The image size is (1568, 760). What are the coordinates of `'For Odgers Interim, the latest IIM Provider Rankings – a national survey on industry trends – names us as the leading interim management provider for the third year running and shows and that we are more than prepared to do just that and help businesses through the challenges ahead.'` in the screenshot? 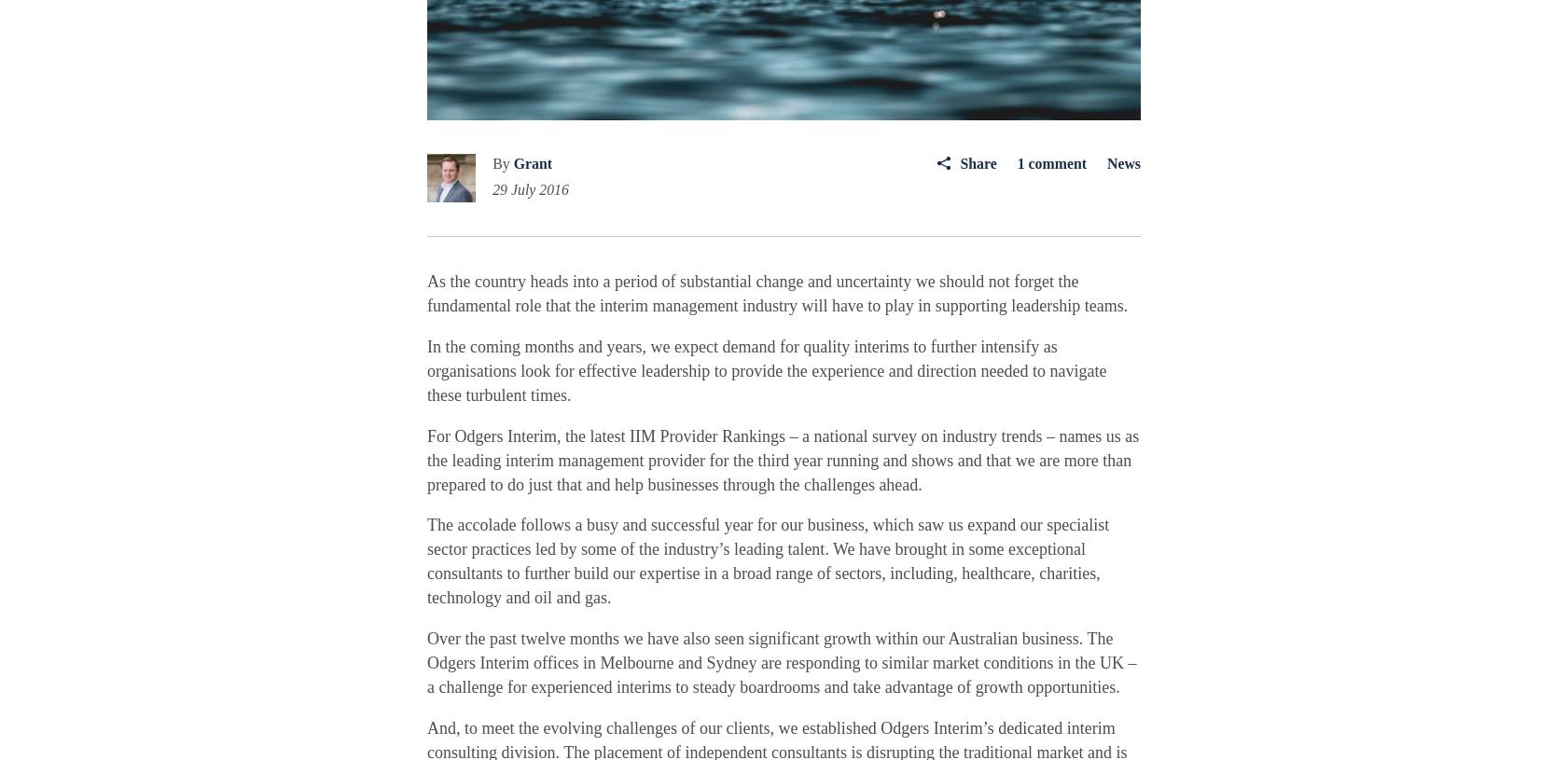 It's located at (782, 459).